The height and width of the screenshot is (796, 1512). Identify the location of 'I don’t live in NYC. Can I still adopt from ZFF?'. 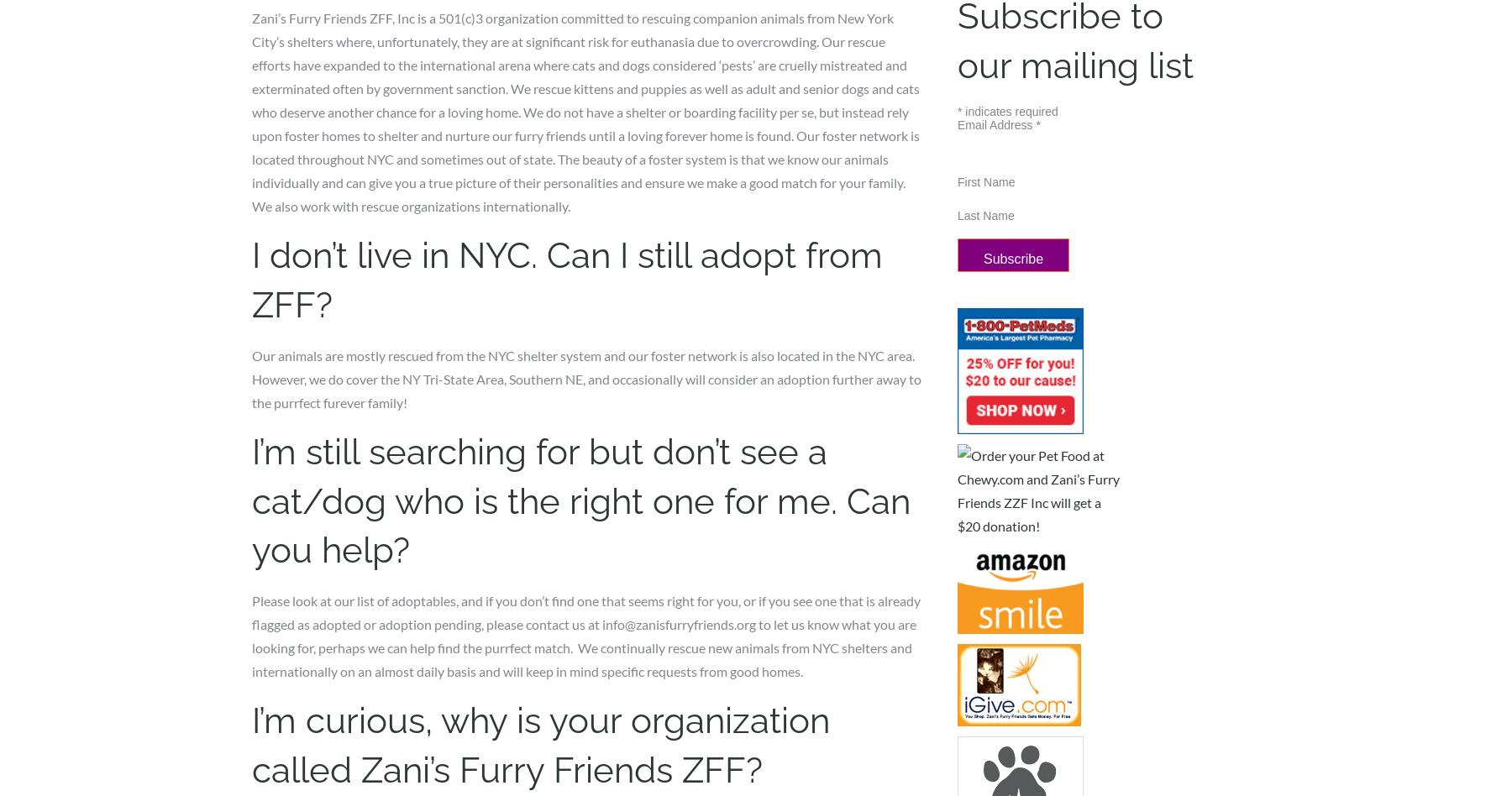
(567, 280).